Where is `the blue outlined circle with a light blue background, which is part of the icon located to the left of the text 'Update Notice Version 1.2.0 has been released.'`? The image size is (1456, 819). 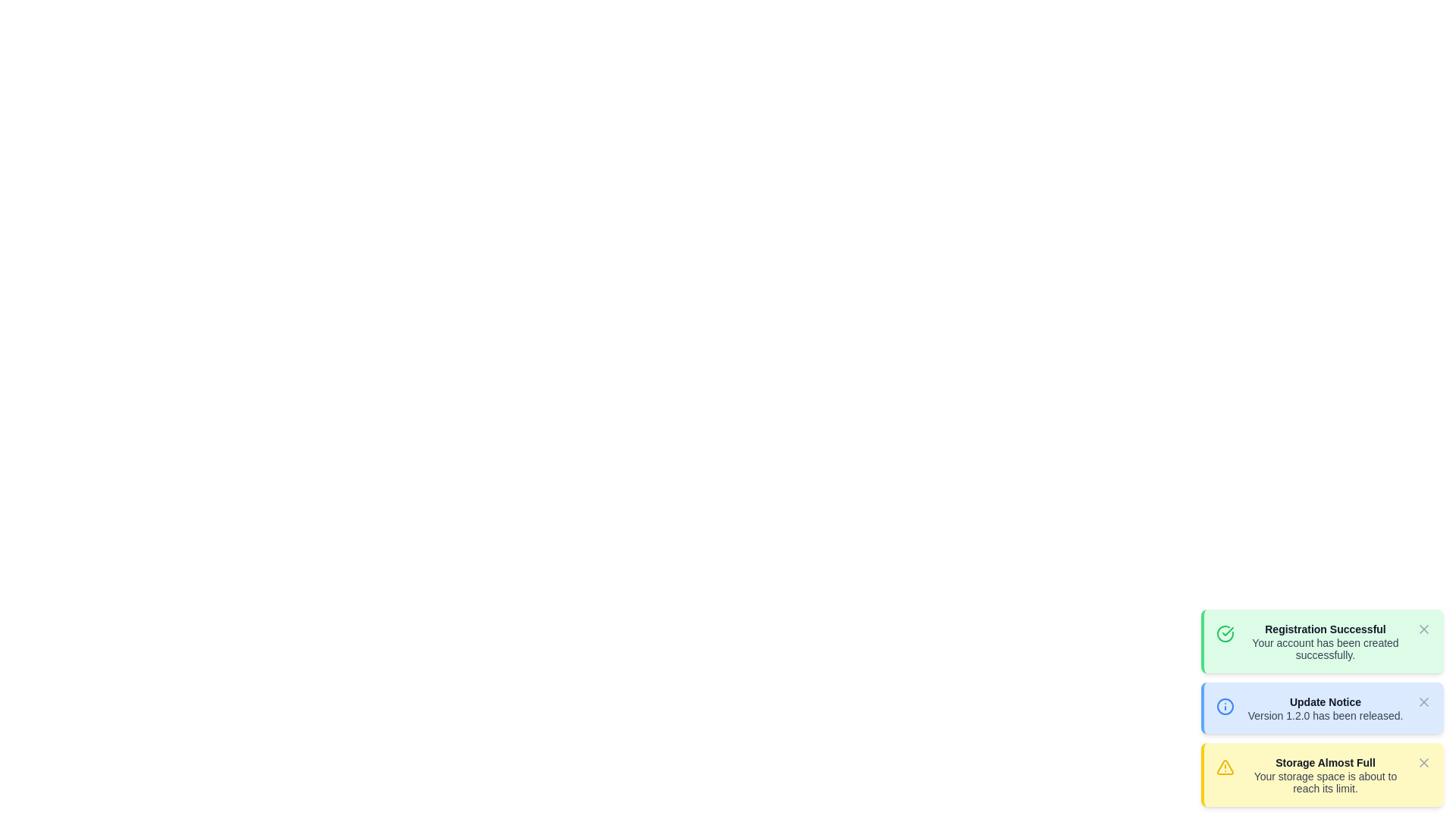
the blue outlined circle with a light blue background, which is part of the icon located to the left of the text 'Update Notice Version 1.2.0 has been released.' is located at coordinates (1225, 707).